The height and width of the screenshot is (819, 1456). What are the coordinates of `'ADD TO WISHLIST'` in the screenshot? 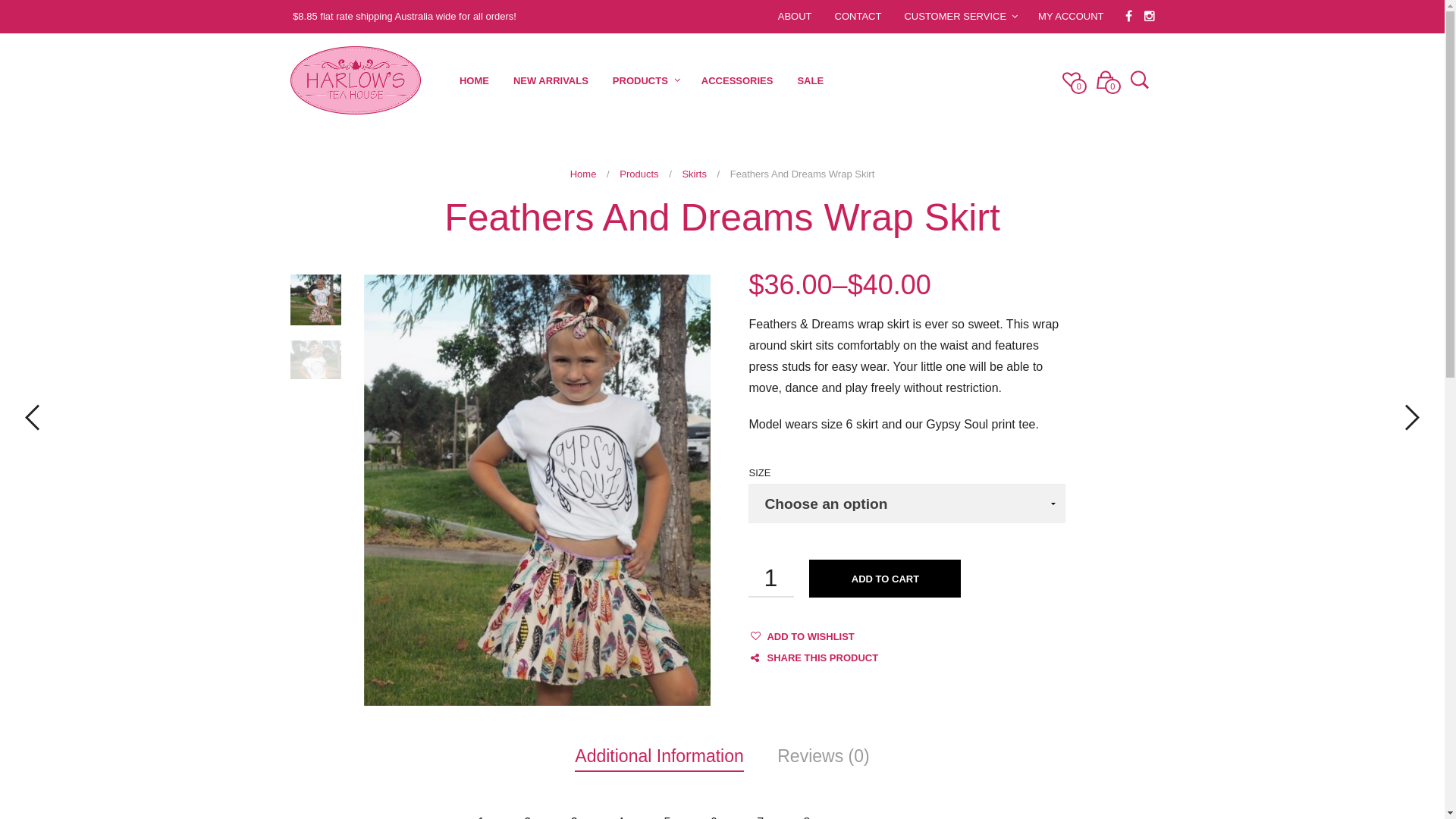 It's located at (767, 636).